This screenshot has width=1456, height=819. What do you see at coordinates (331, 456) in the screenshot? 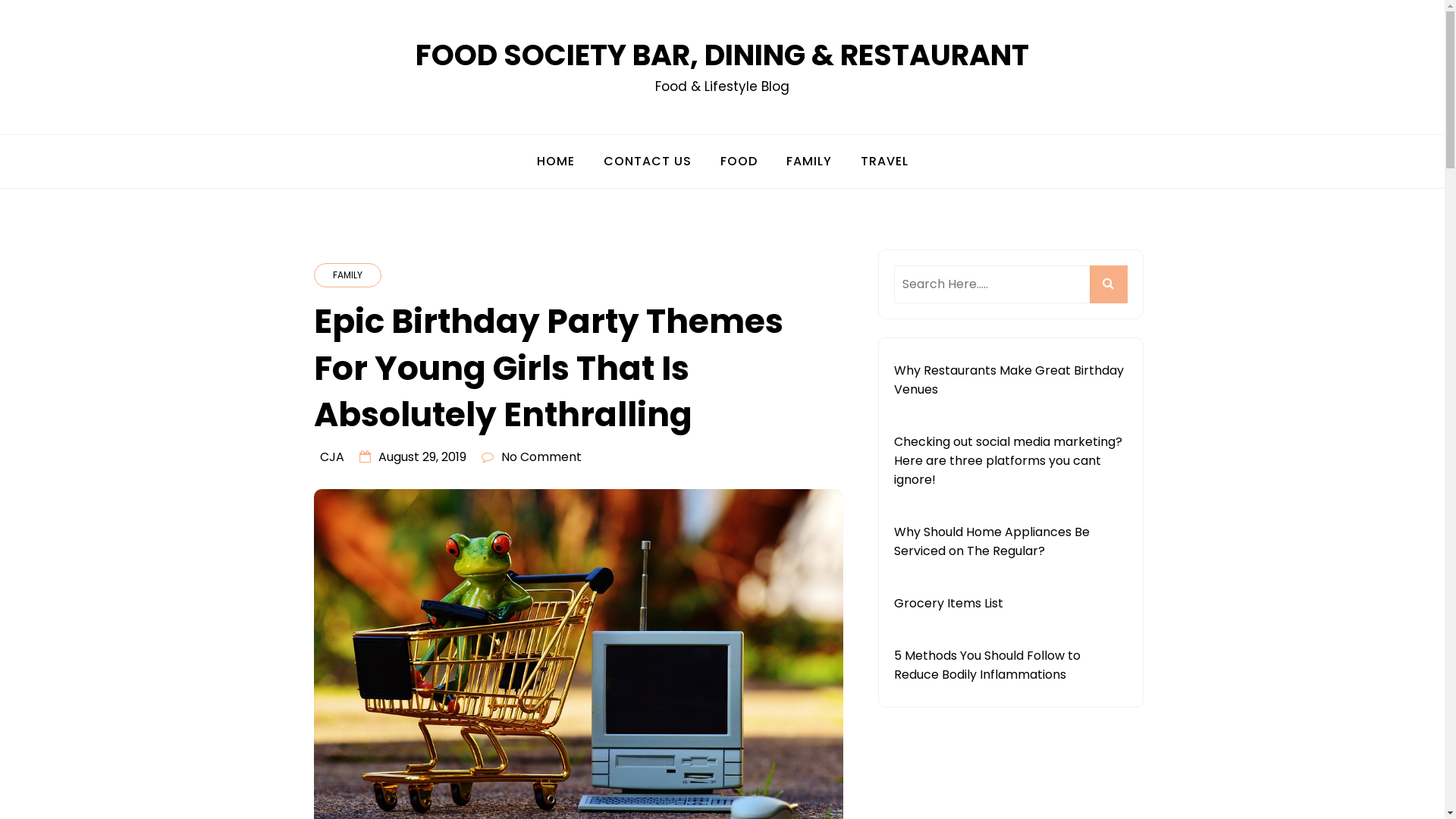
I see `'CJA'` at bounding box center [331, 456].